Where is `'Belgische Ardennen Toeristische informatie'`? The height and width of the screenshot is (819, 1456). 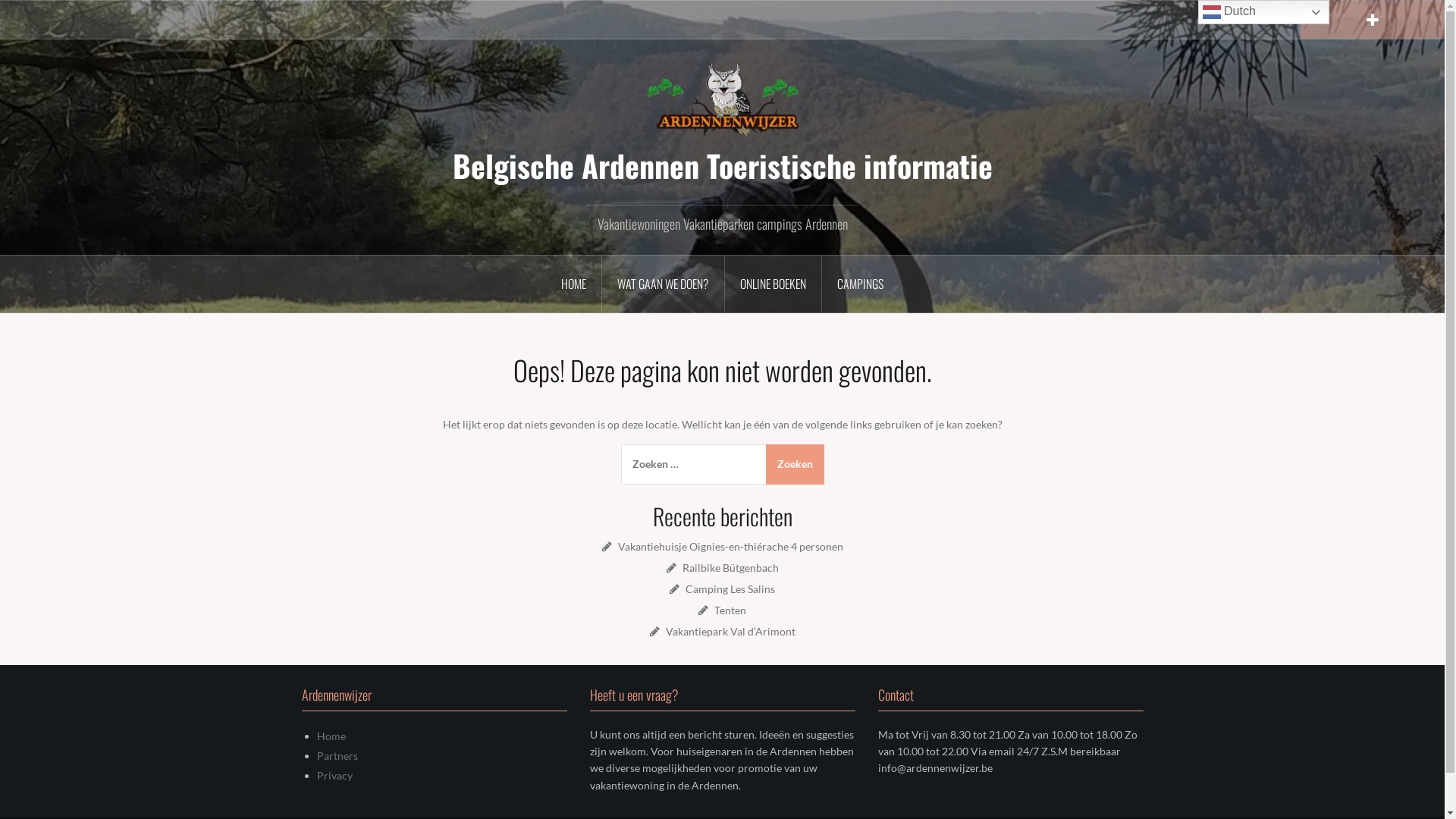
'Belgische Ardennen Toeristische informatie' is located at coordinates (720, 98).